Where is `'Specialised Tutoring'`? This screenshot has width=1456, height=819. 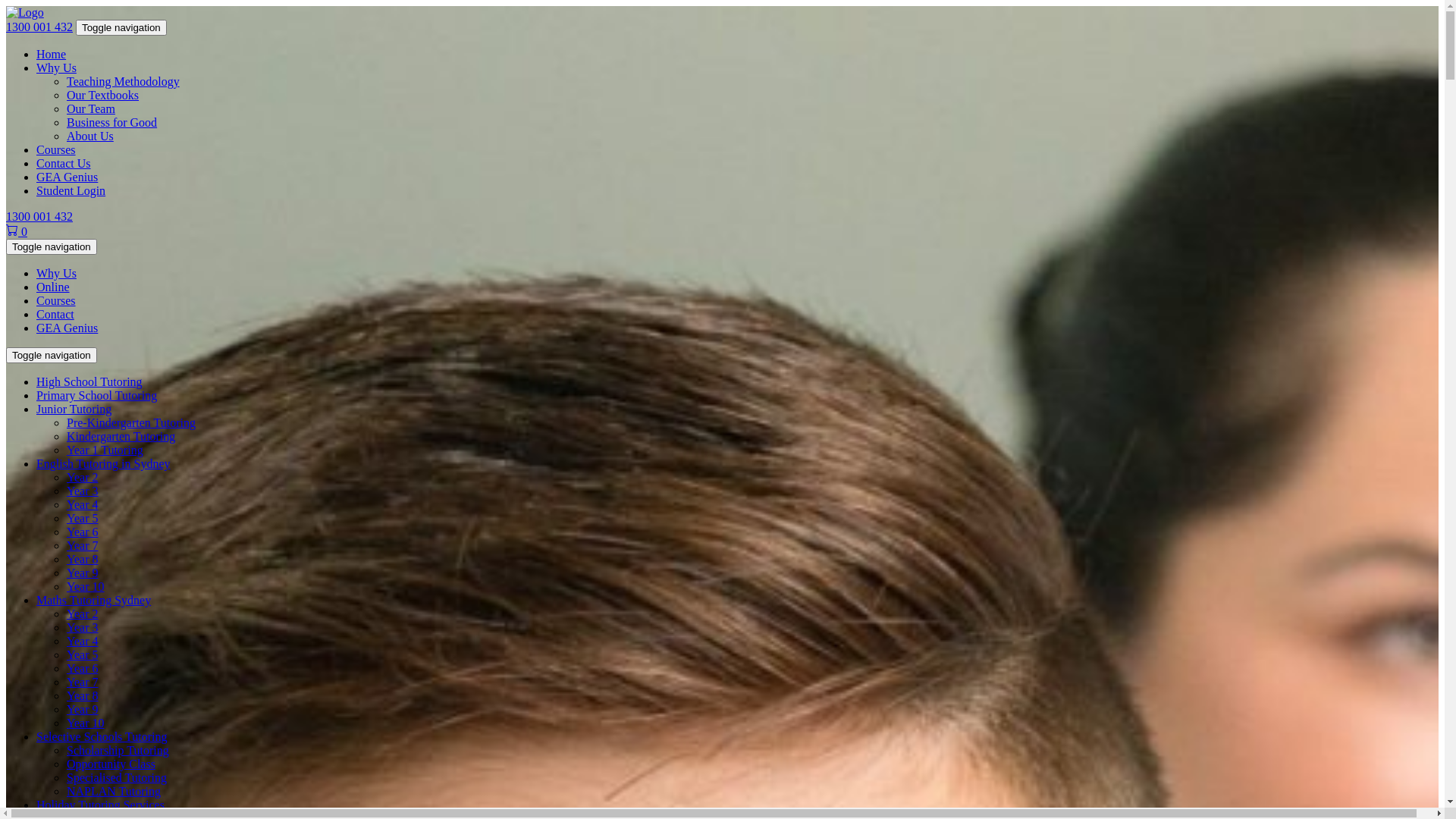
'Specialised Tutoring' is located at coordinates (115, 777).